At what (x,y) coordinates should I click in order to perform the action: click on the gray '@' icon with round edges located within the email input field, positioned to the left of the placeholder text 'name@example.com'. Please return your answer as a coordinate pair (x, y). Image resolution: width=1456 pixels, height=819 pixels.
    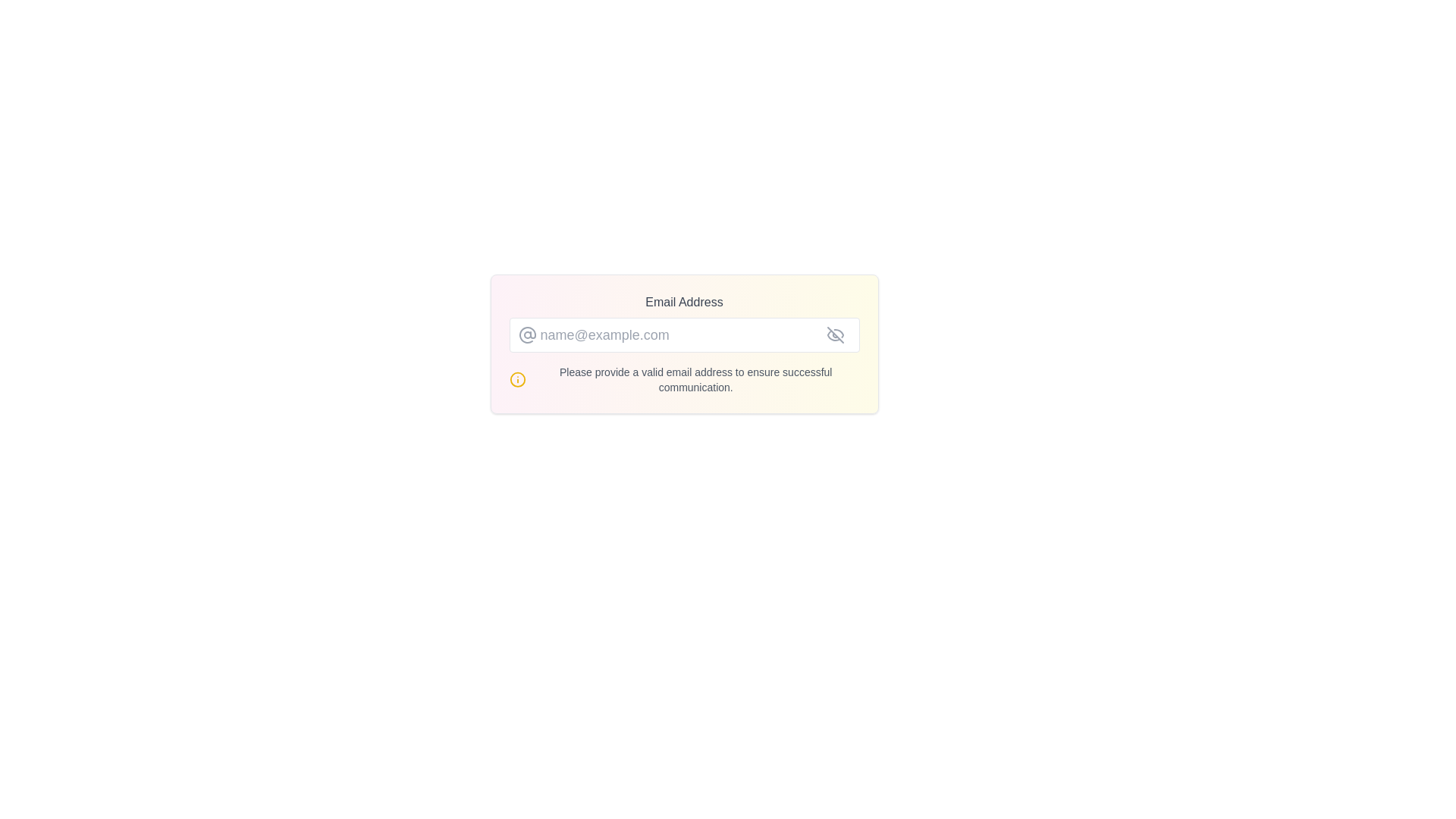
    Looking at the image, I should click on (527, 334).